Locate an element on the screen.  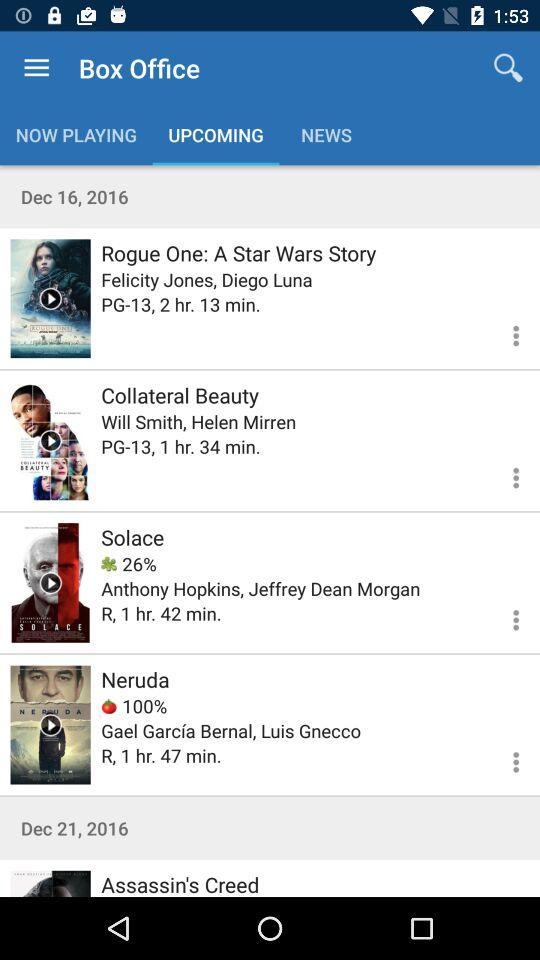
the icon next to box office item is located at coordinates (36, 68).